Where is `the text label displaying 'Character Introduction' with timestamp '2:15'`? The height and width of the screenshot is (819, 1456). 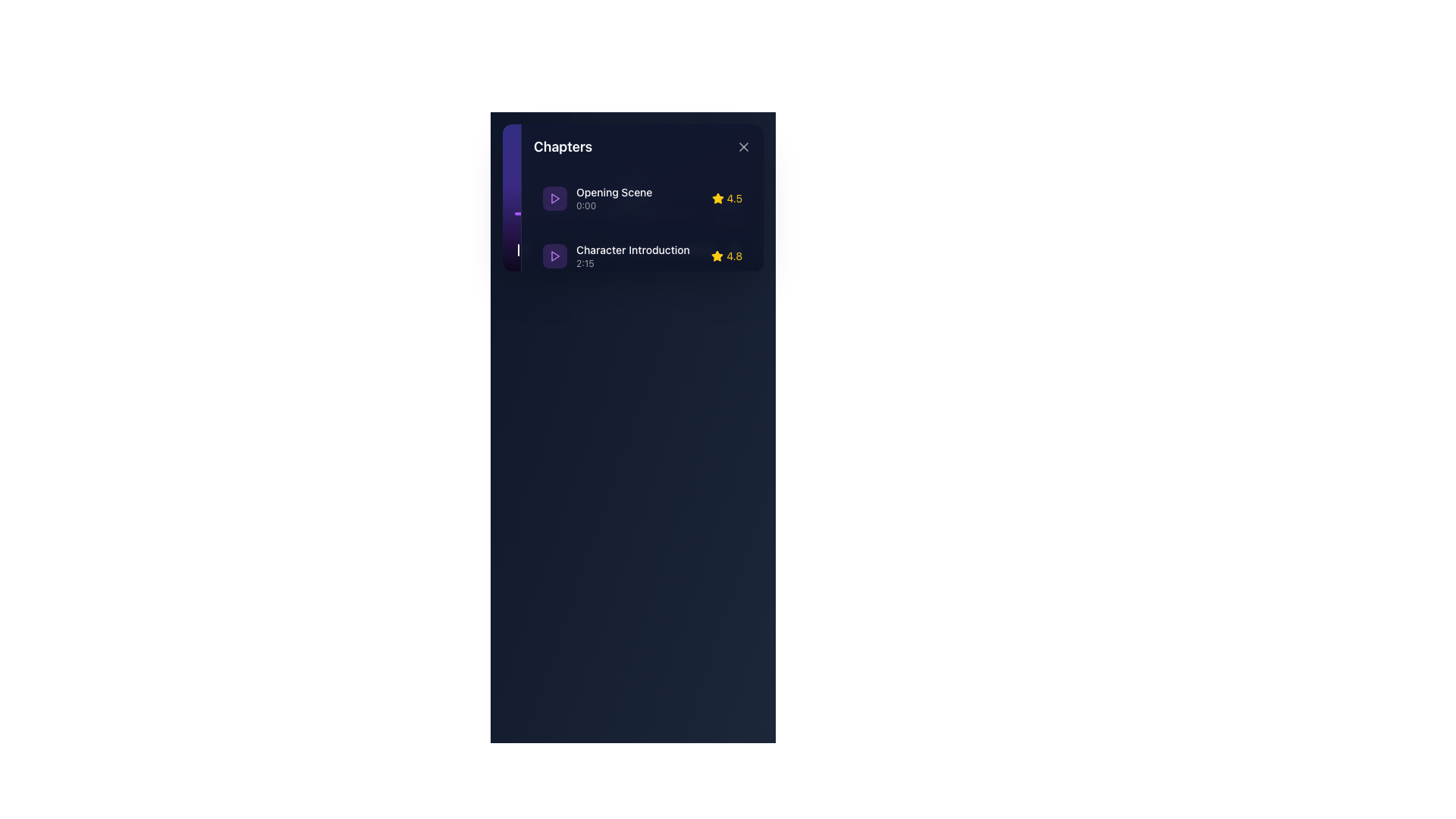 the text label displaying 'Character Introduction' with timestamp '2:15' is located at coordinates (633, 256).